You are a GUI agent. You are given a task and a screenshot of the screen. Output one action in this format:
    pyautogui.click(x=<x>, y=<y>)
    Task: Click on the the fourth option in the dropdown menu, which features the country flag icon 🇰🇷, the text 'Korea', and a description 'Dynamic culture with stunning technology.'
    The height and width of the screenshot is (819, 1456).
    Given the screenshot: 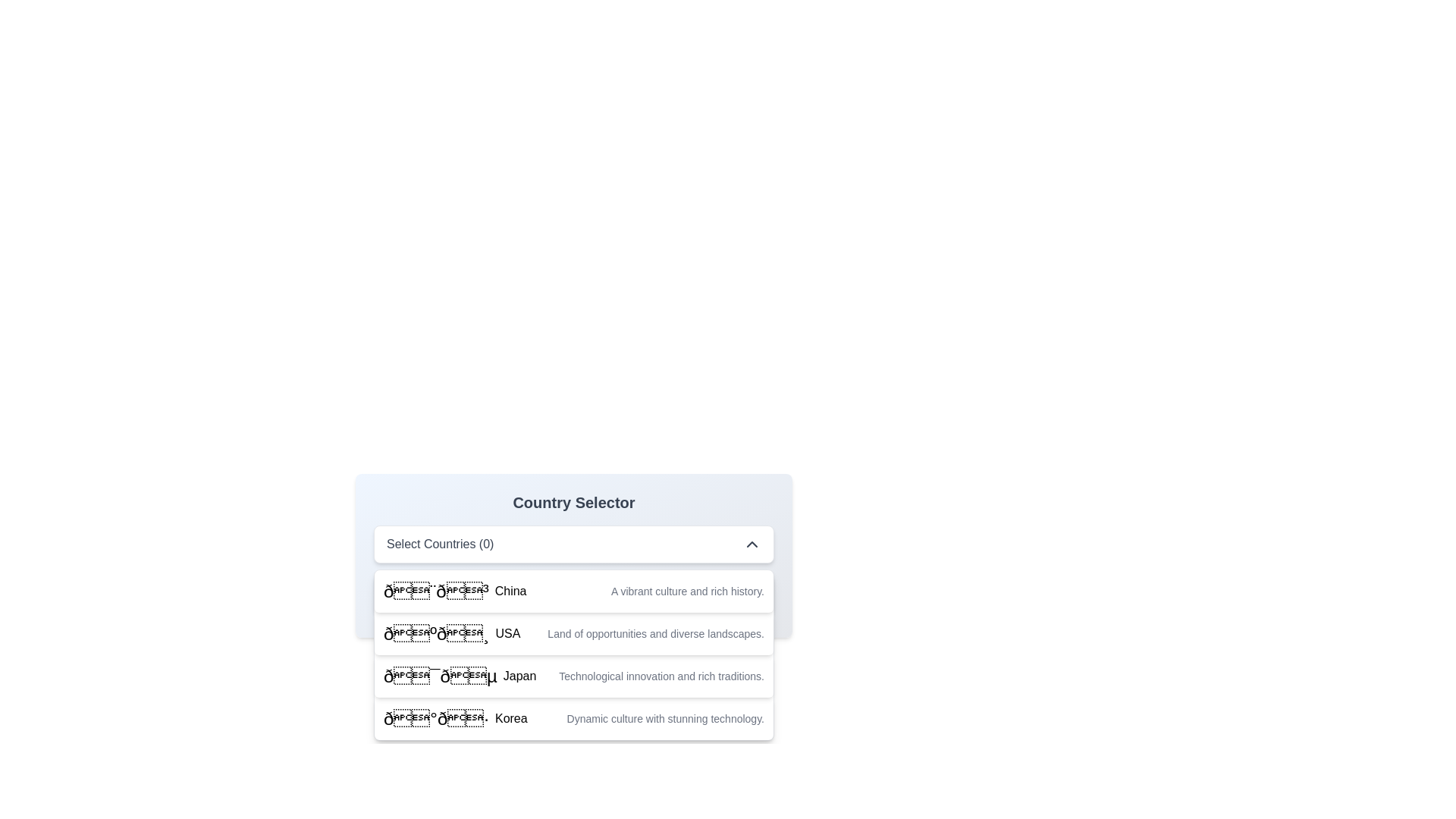 What is the action you would take?
    pyautogui.click(x=573, y=718)
    